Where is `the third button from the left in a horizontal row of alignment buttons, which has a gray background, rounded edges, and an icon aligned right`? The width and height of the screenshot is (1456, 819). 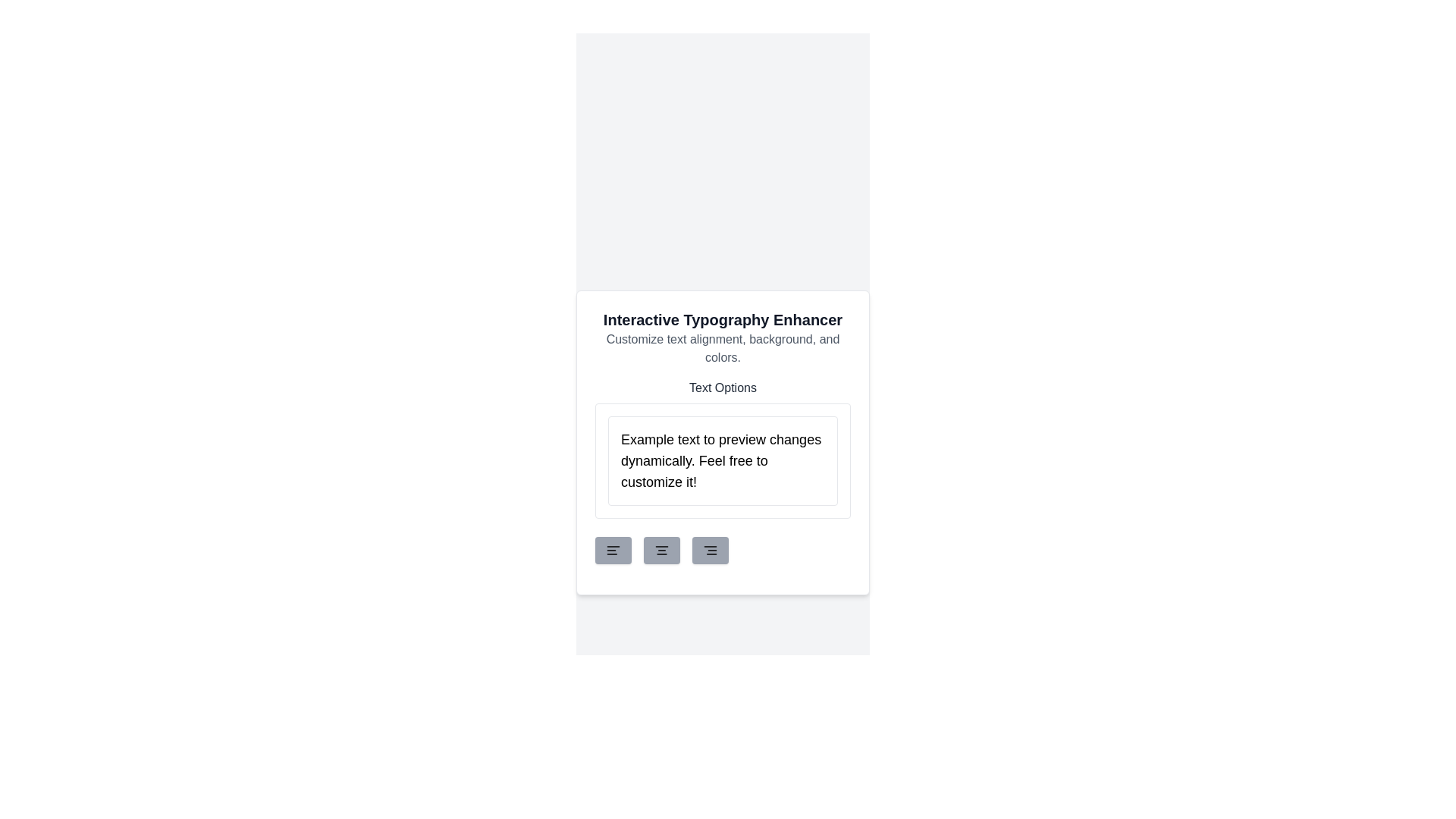
the third button from the left in a horizontal row of alignment buttons, which has a gray background, rounded edges, and an icon aligned right is located at coordinates (722, 550).